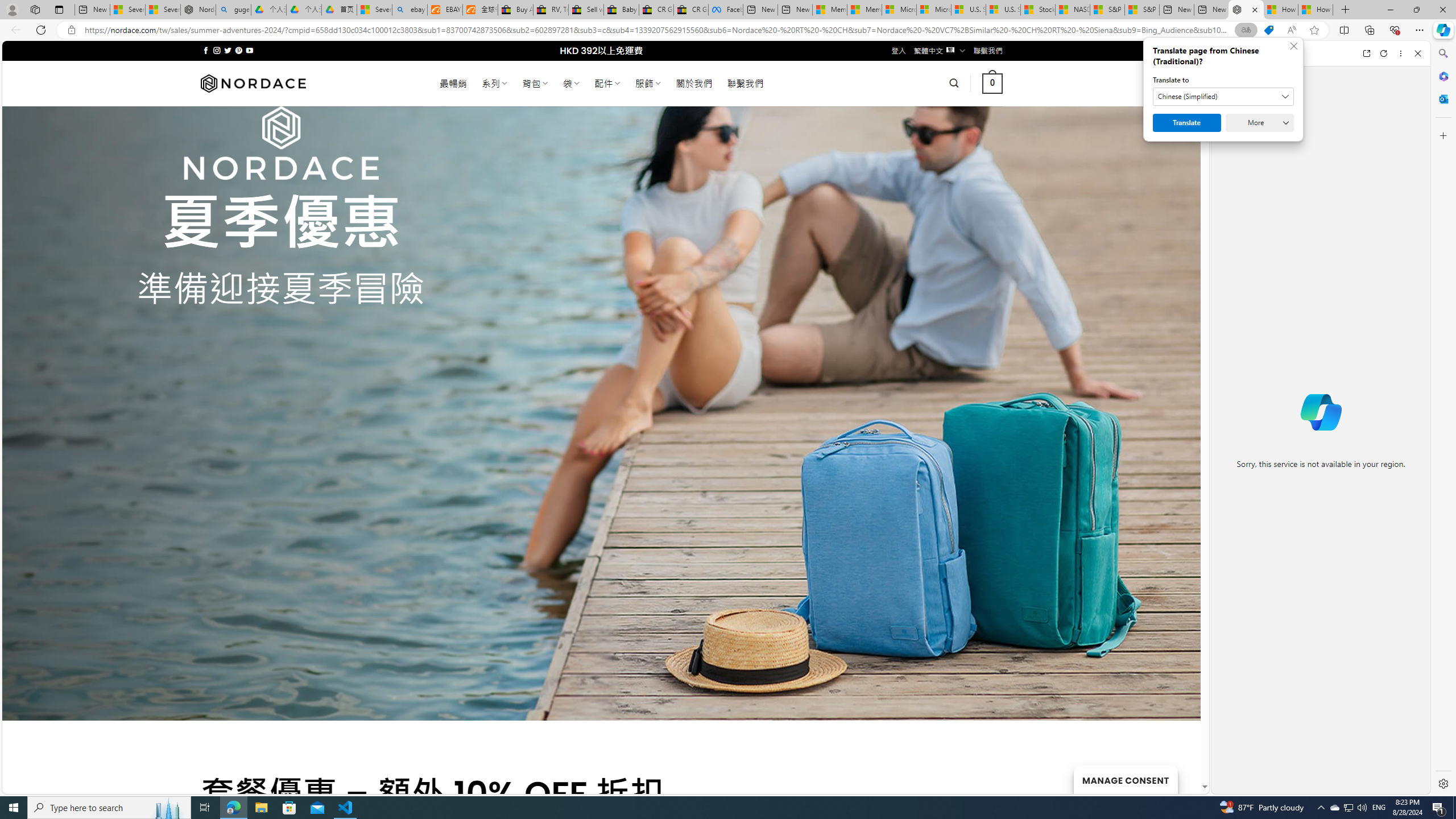  What do you see at coordinates (992, 82) in the screenshot?
I see `' 0 '` at bounding box center [992, 82].